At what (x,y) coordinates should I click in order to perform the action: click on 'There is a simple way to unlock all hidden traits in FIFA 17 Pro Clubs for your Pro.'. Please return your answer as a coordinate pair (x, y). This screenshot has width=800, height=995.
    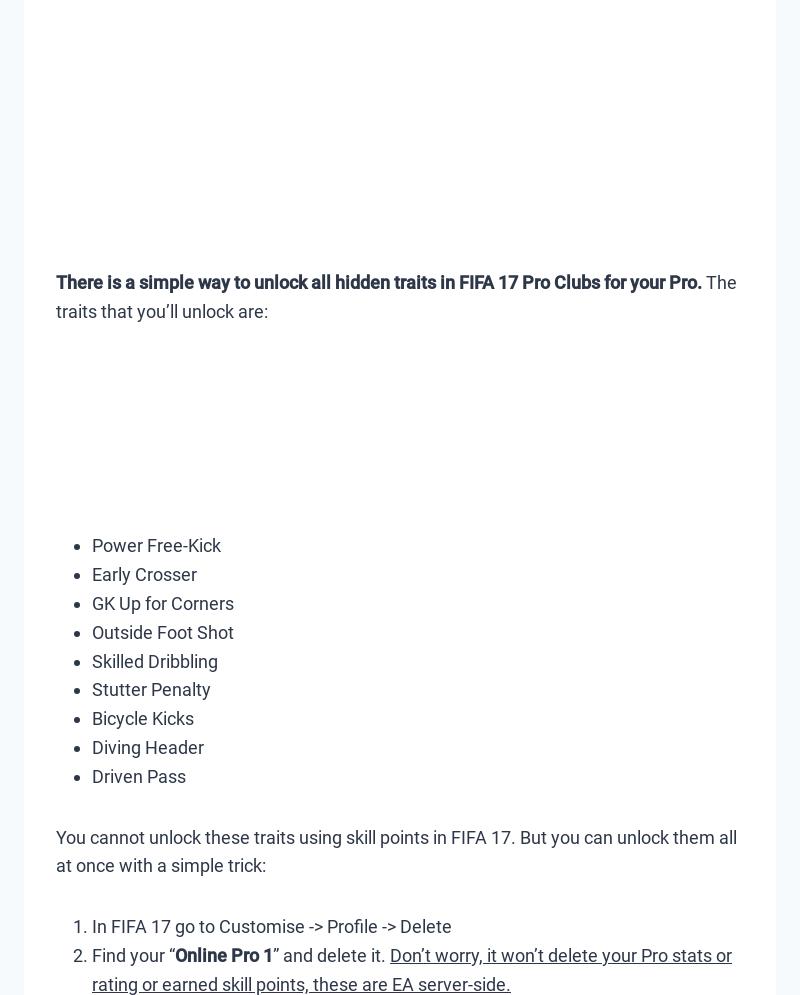
    Looking at the image, I should click on (378, 280).